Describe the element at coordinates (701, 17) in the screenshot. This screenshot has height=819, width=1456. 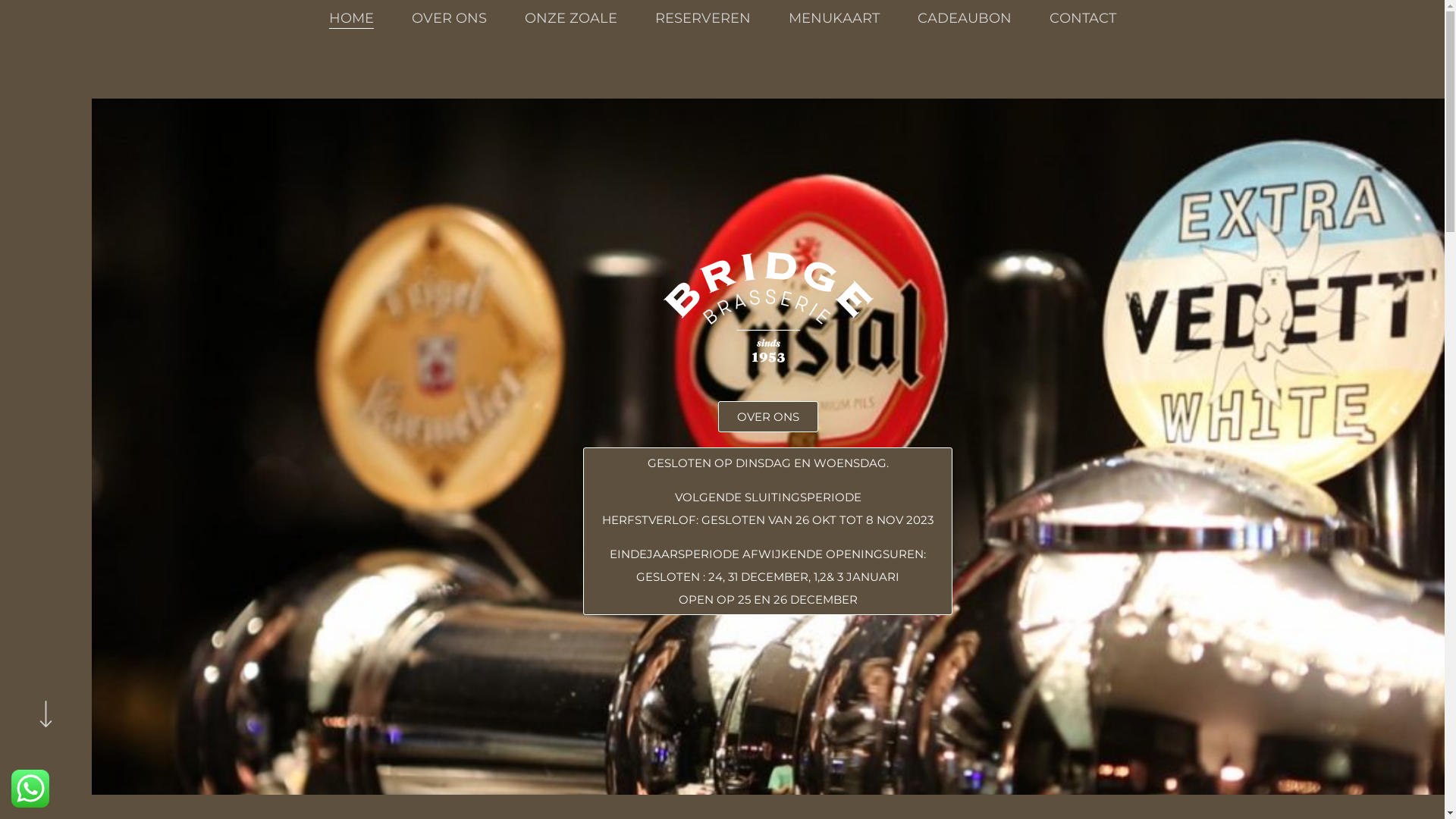
I see `'RESERVEREN'` at that location.